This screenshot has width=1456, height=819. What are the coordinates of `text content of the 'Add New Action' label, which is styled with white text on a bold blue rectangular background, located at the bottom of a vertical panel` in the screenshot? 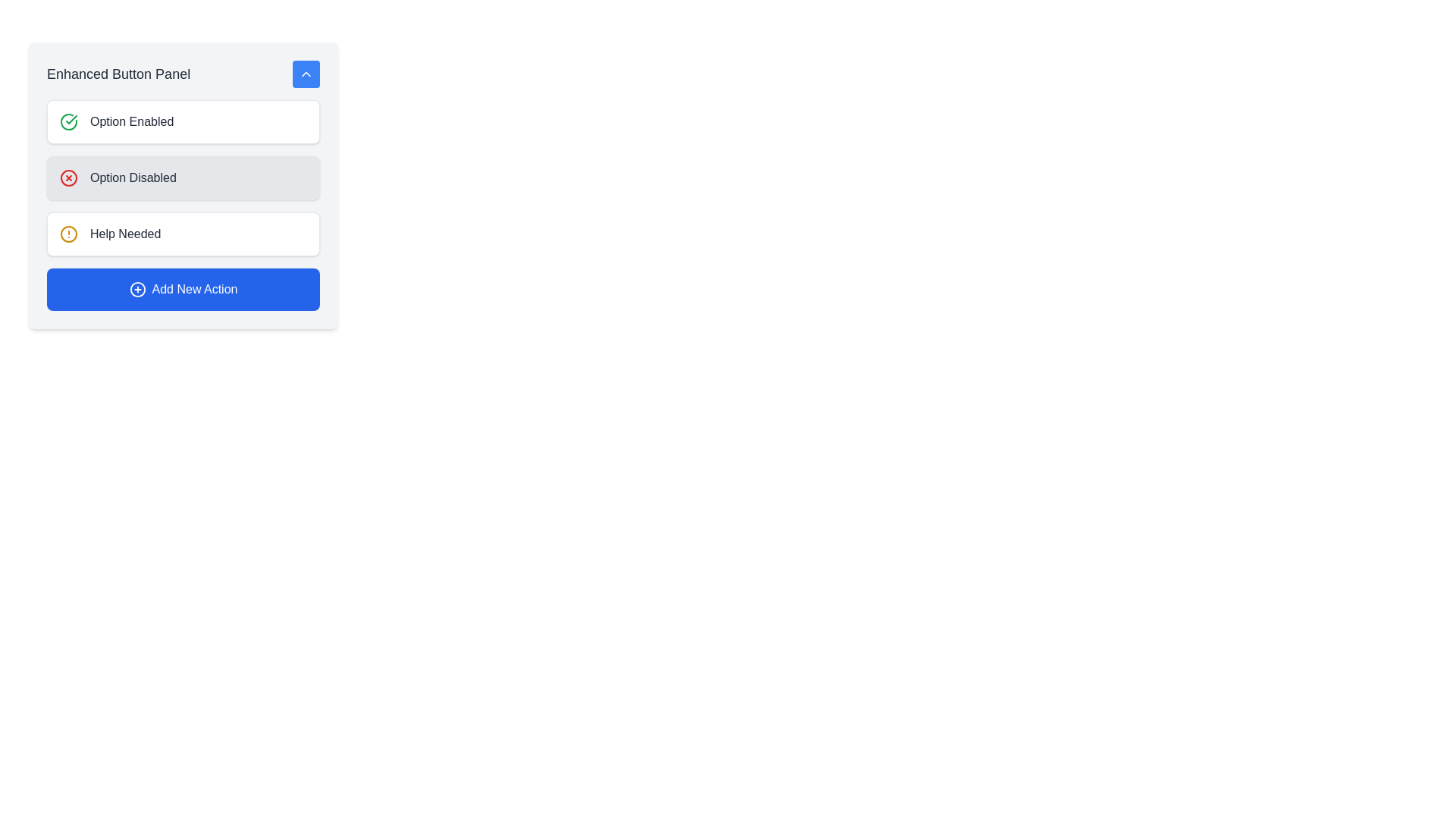 It's located at (193, 289).